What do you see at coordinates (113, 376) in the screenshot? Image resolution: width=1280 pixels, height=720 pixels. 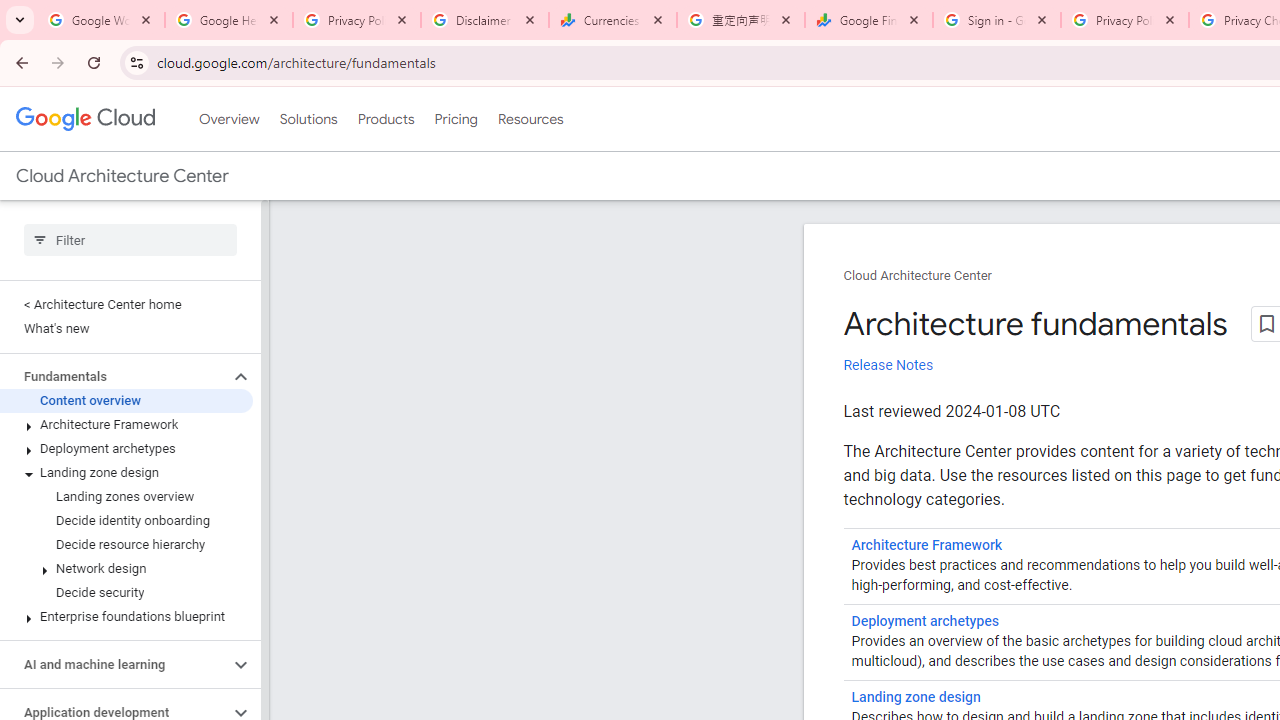 I see `'Fundamentals'` at bounding box center [113, 376].